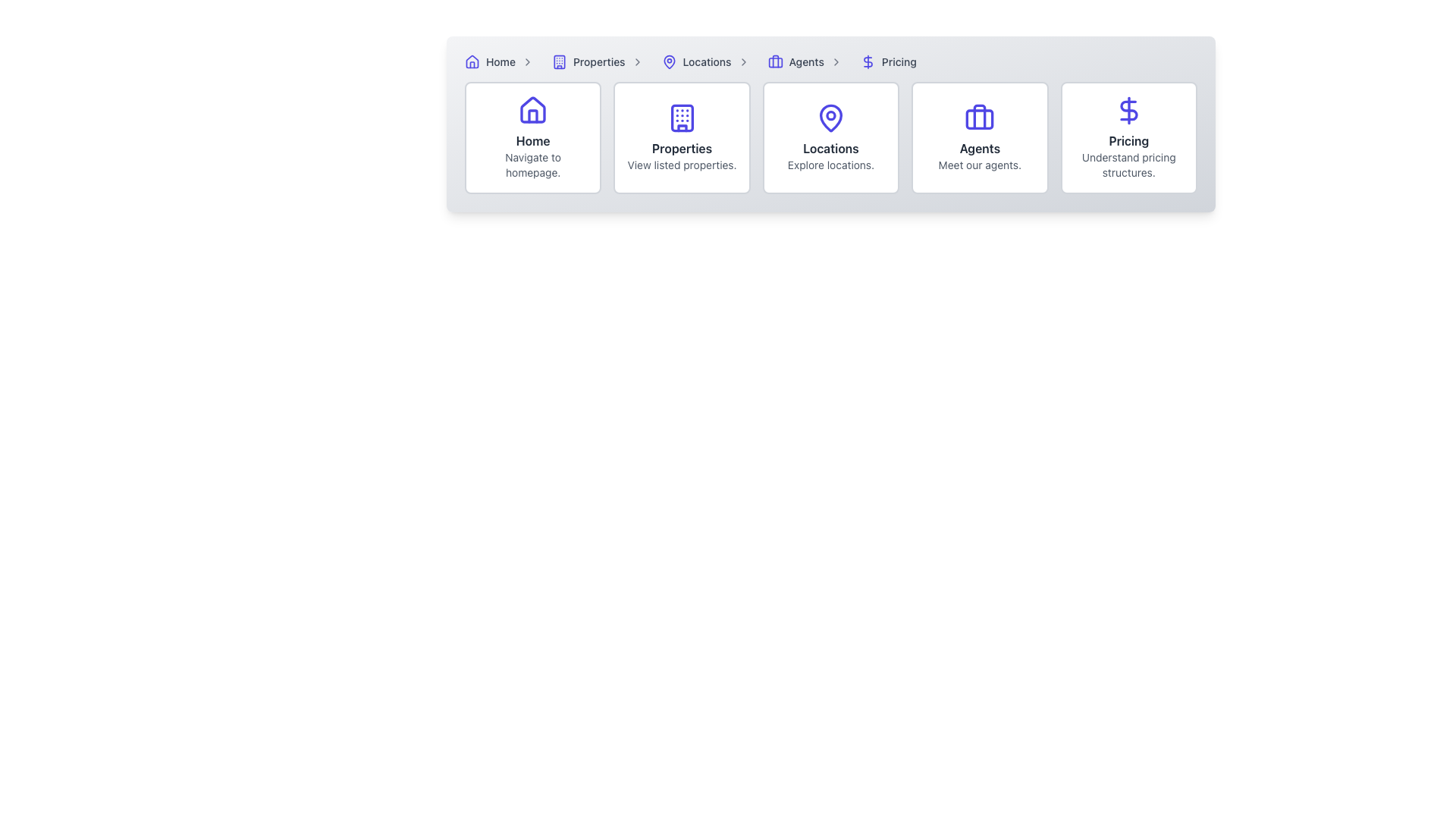  I want to click on the 'Pricing' navigational link located at the far right of the breadcrumb navigation bar, so click(888, 61).